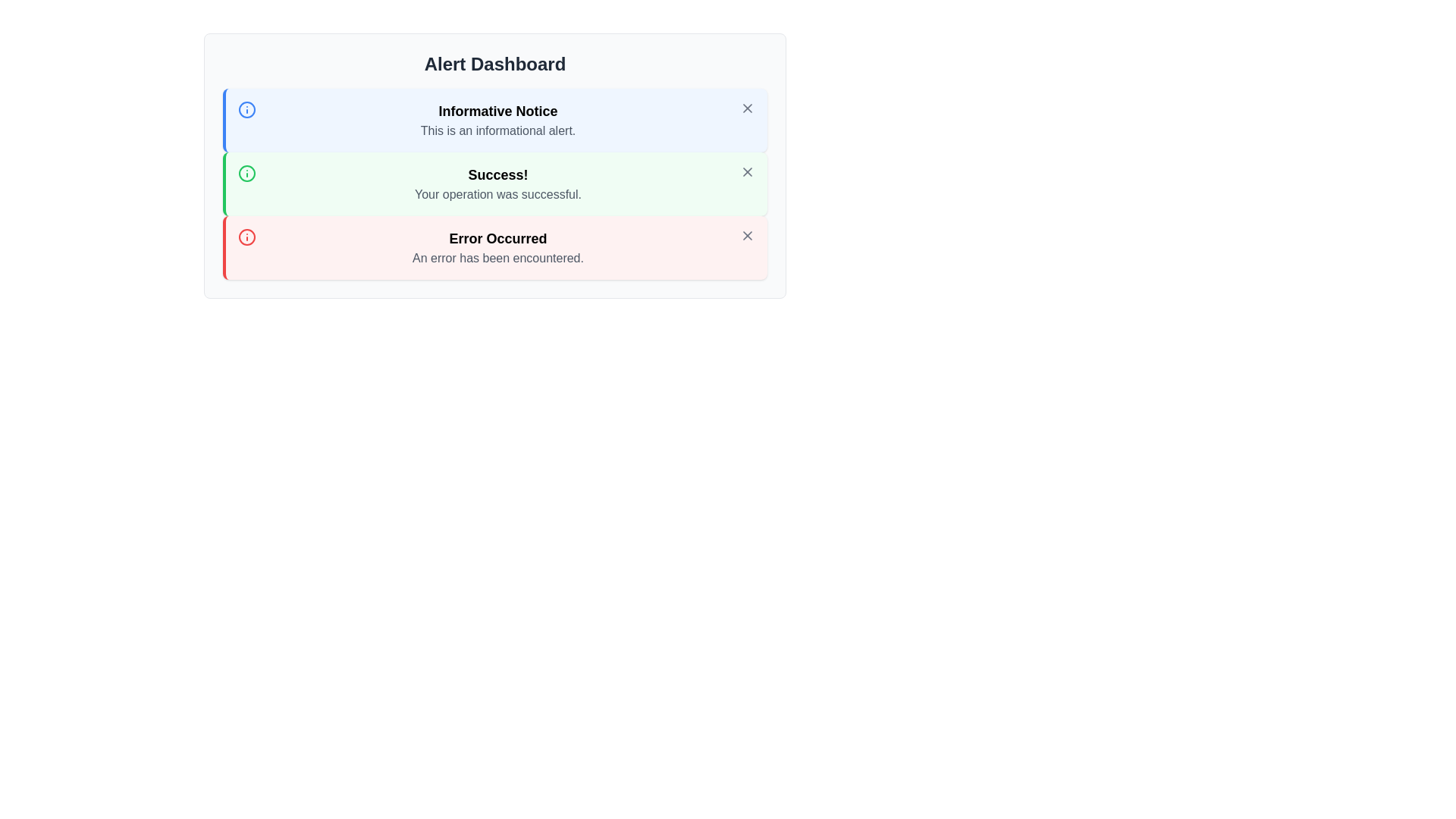  Describe the element at coordinates (498, 119) in the screenshot. I see `the informational notification text box located under the 'Alert Dashboard' header and above the 'Success!' alert` at that location.